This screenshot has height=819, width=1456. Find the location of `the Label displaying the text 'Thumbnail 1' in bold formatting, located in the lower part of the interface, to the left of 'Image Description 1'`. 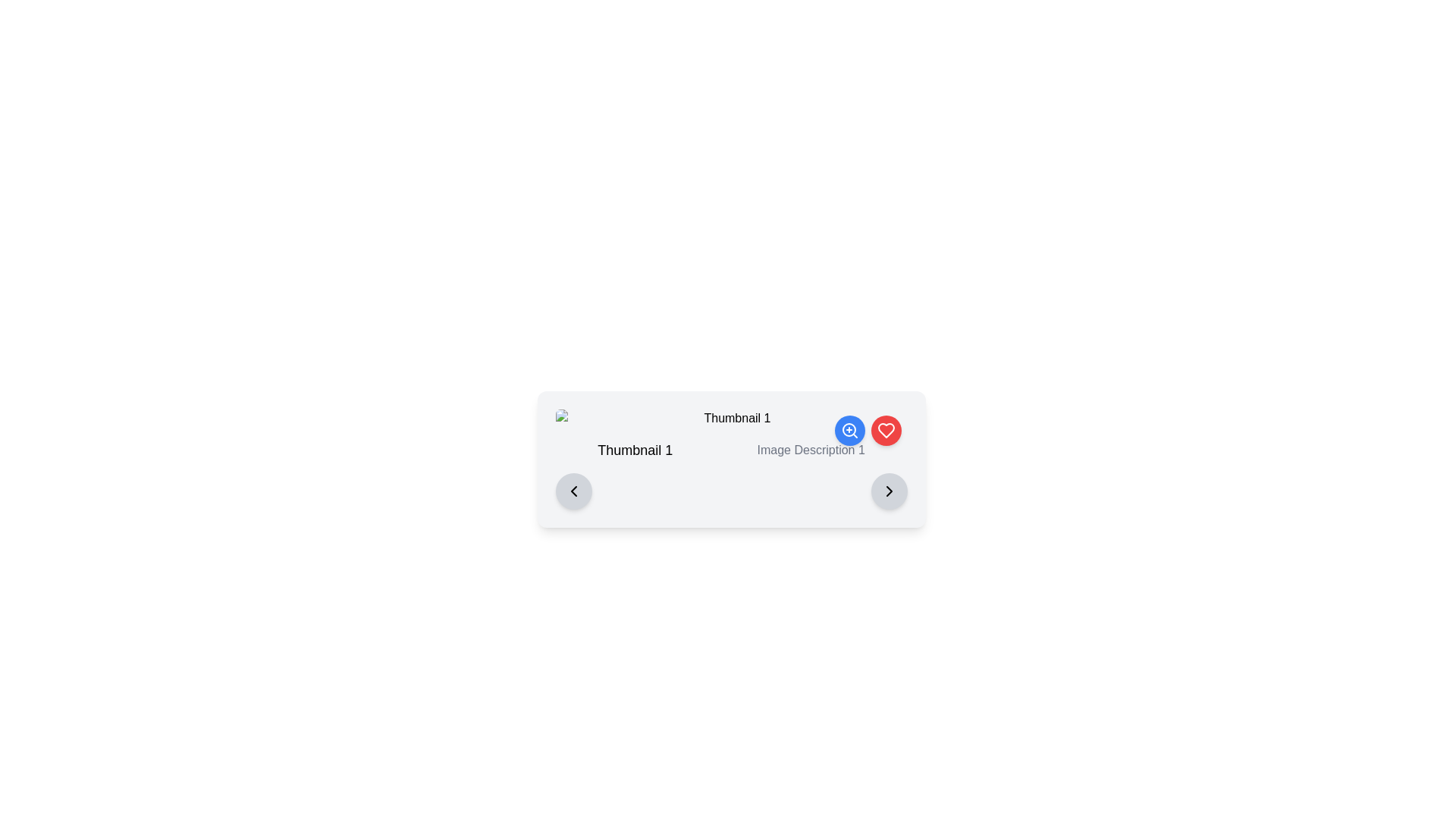

the Label displaying the text 'Thumbnail 1' in bold formatting, located in the lower part of the interface, to the left of 'Image Description 1' is located at coordinates (635, 450).